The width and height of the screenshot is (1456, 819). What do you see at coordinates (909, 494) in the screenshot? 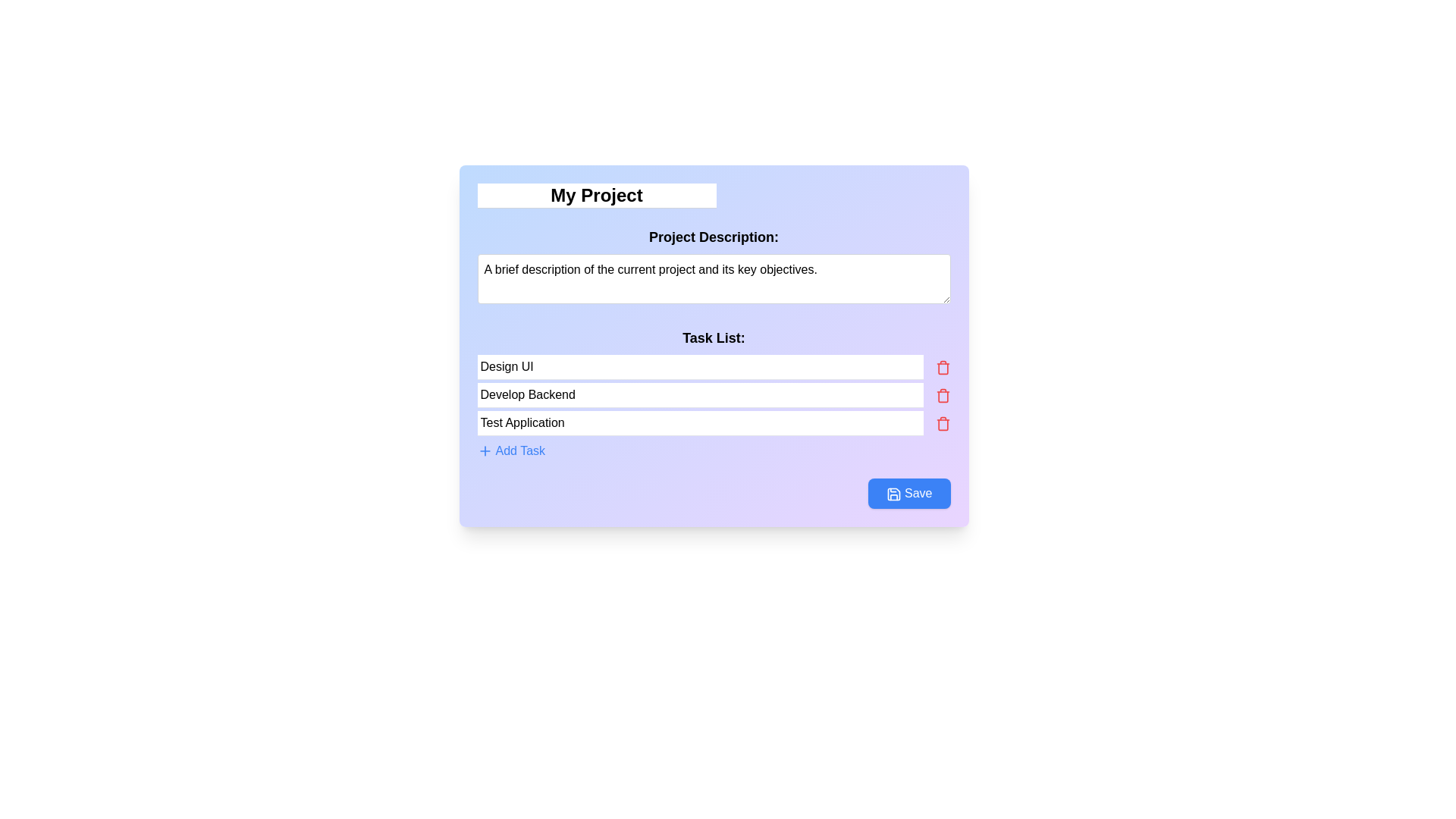
I see `the save button located at the bottom-right of the 'My Project' form to change its background color` at bounding box center [909, 494].